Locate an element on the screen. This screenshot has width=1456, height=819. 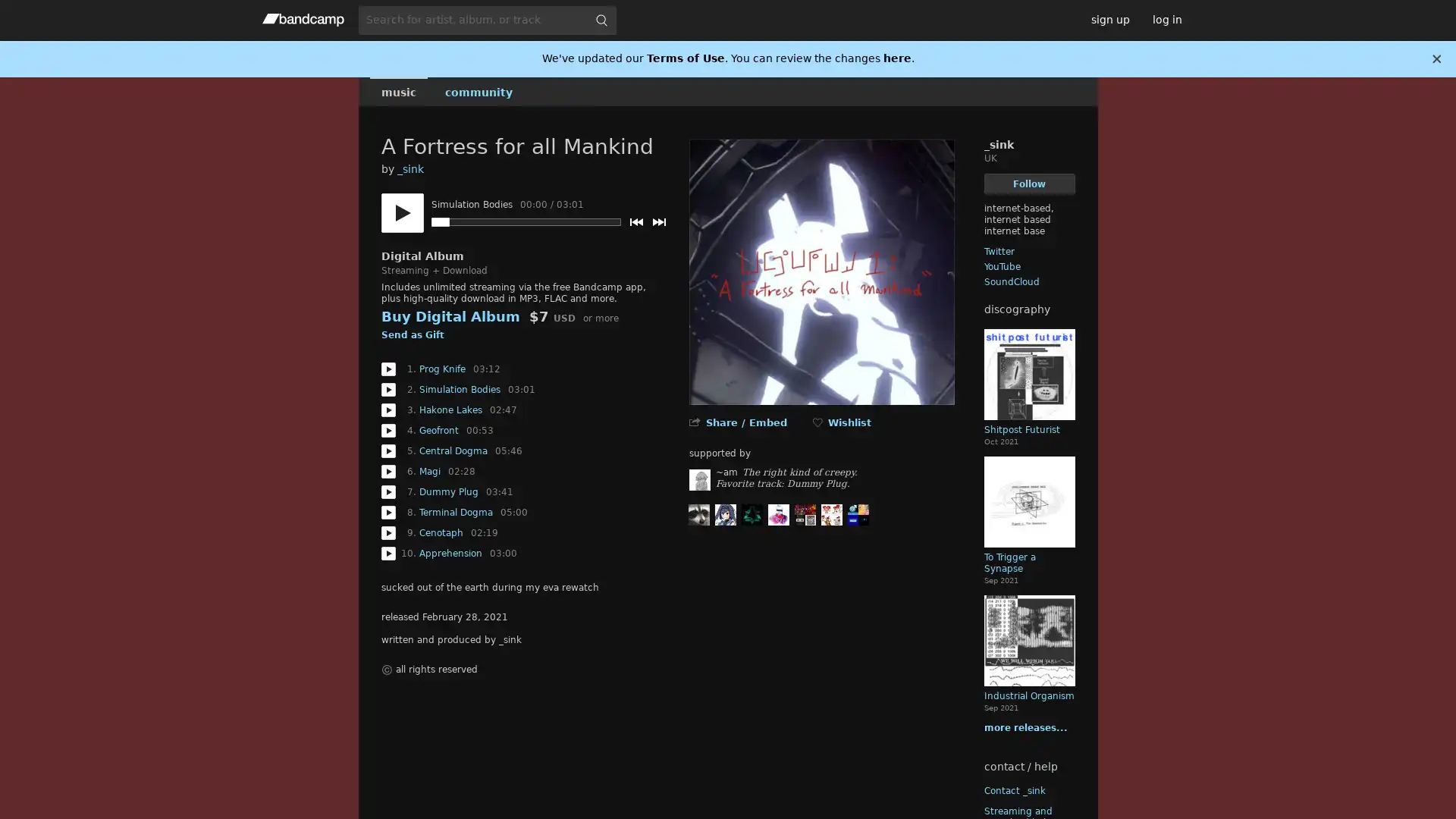
Play Dummy Plug is located at coordinates (388, 491).